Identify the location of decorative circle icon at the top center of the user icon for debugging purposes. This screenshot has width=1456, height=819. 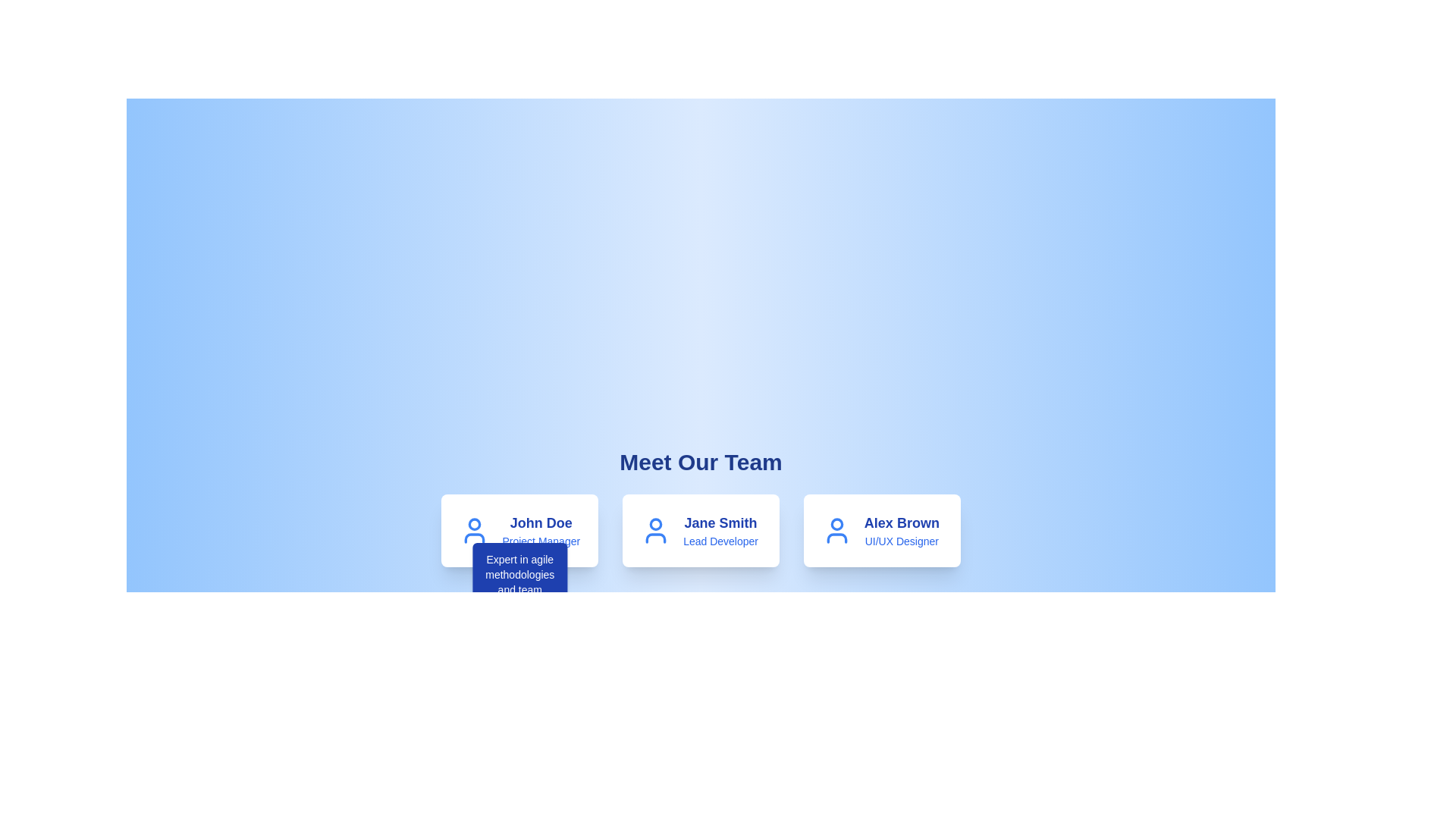
(656, 523).